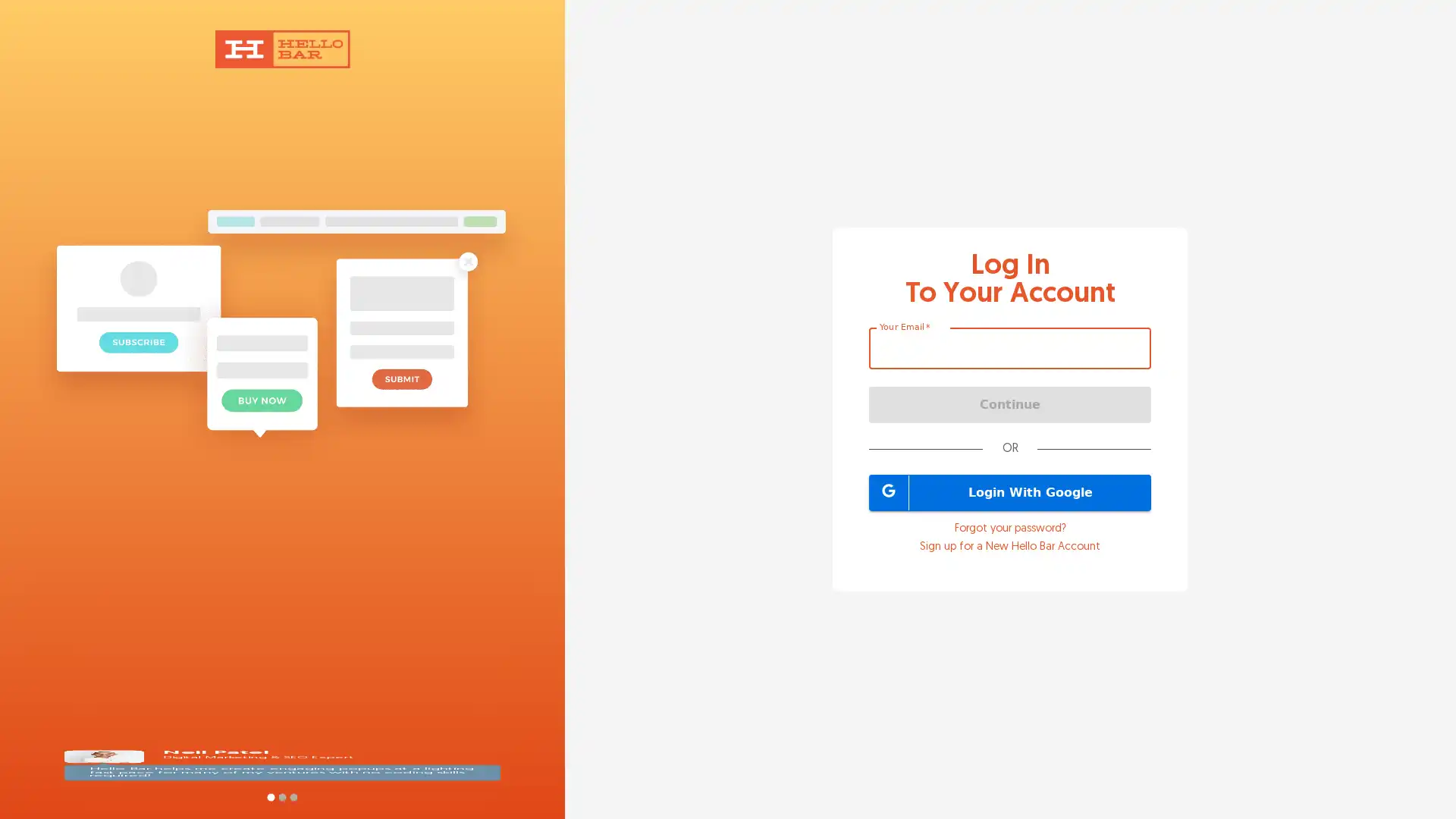 The width and height of the screenshot is (1456, 819). What do you see at coordinates (281, 796) in the screenshot?
I see `carousel indicator 2` at bounding box center [281, 796].